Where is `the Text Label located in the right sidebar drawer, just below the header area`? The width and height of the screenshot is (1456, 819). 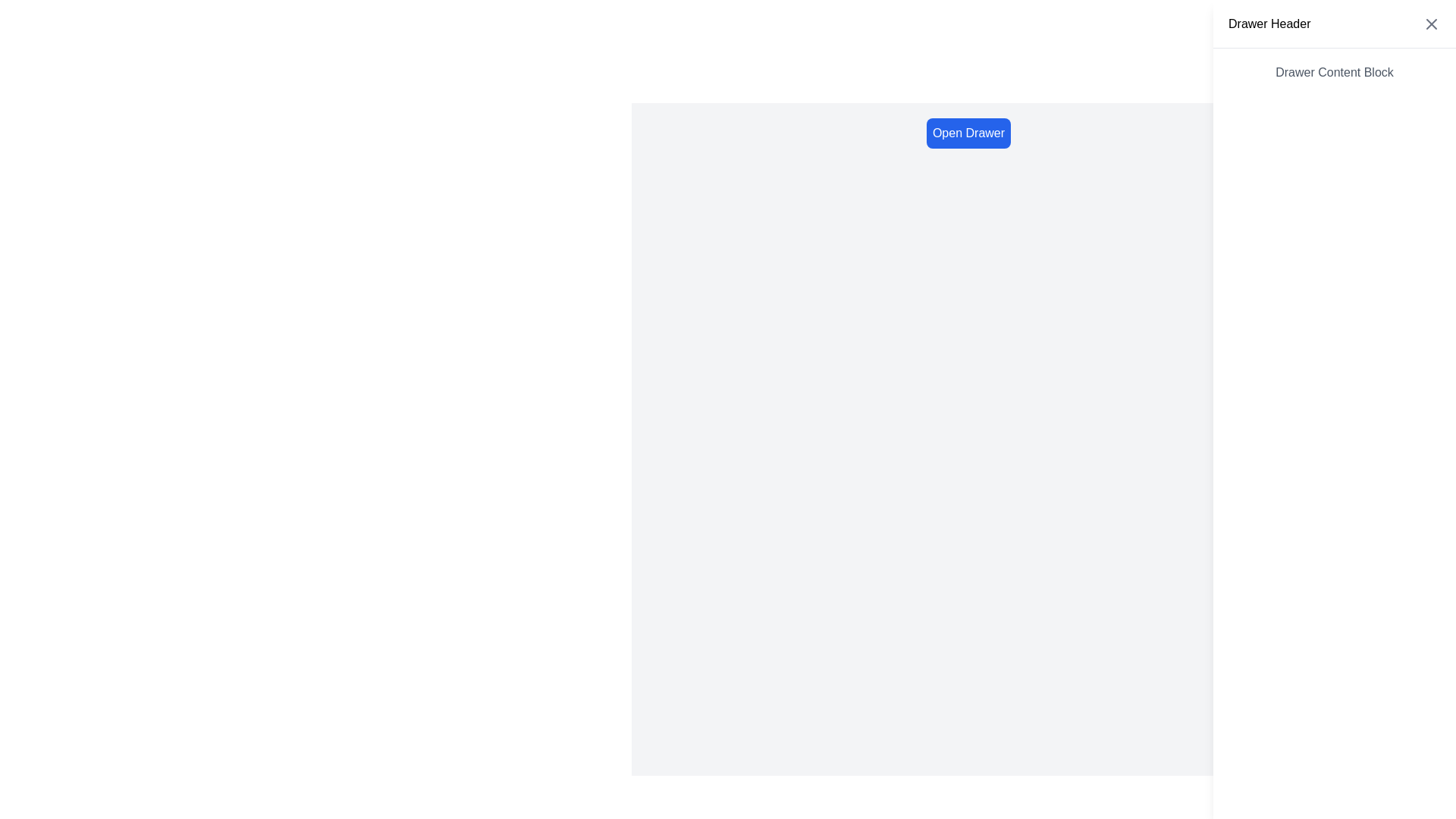
the Text Label located in the right sidebar drawer, just below the header area is located at coordinates (1335, 73).